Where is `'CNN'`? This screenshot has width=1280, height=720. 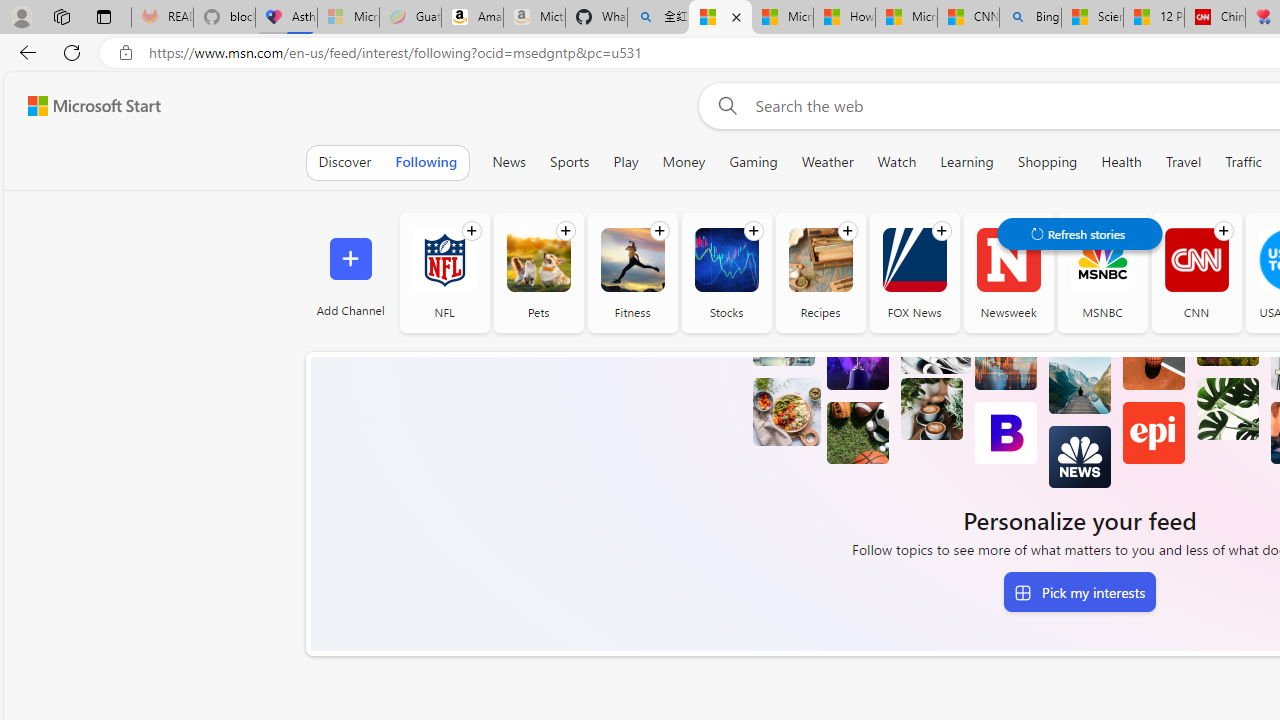 'CNN' is located at coordinates (1196, 259).